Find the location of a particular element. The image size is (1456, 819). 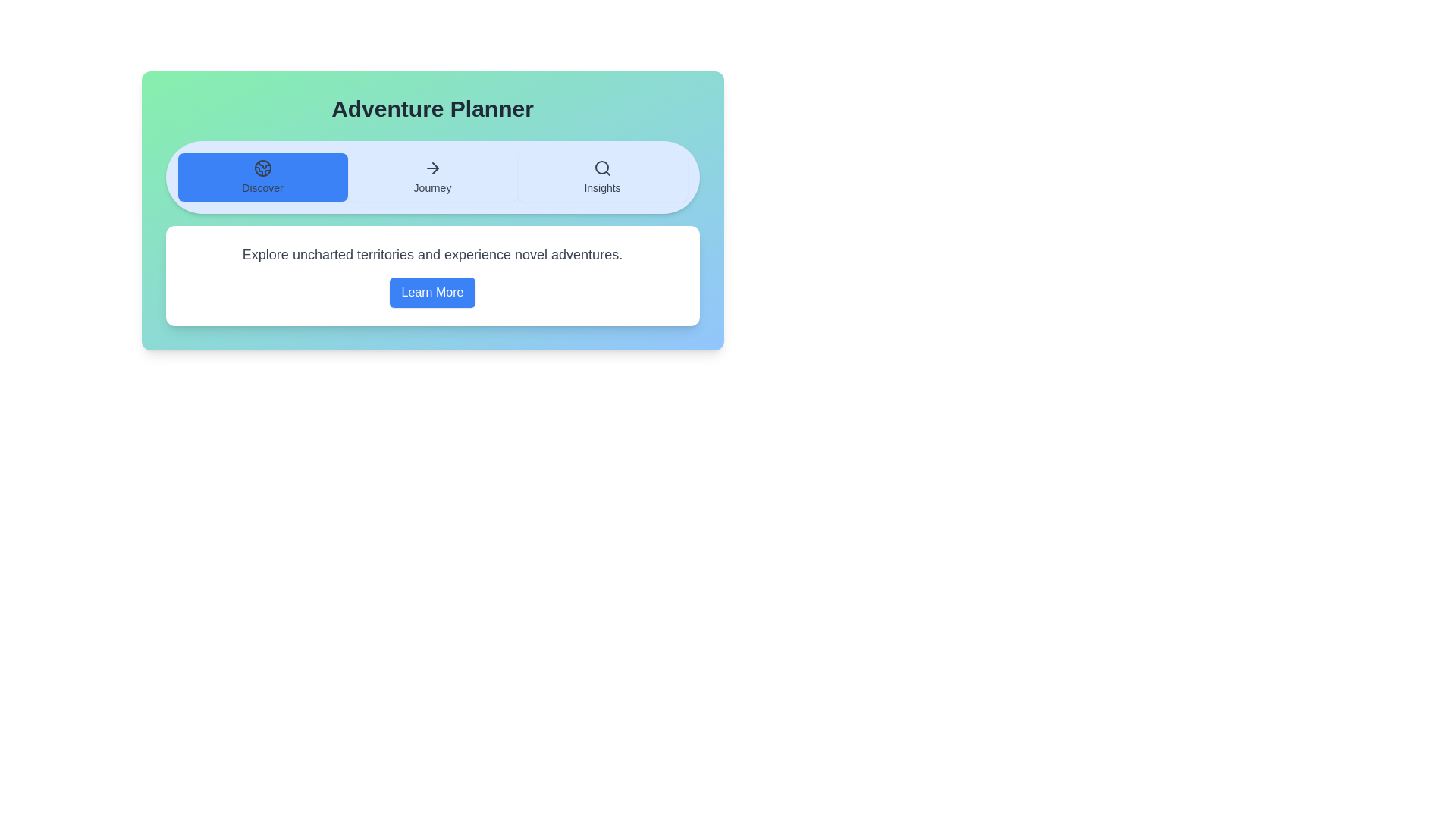

the promotional text content in the 'Adventure Planner' section, which includes a 'Learn More' button is located at coordinates (431, 234).